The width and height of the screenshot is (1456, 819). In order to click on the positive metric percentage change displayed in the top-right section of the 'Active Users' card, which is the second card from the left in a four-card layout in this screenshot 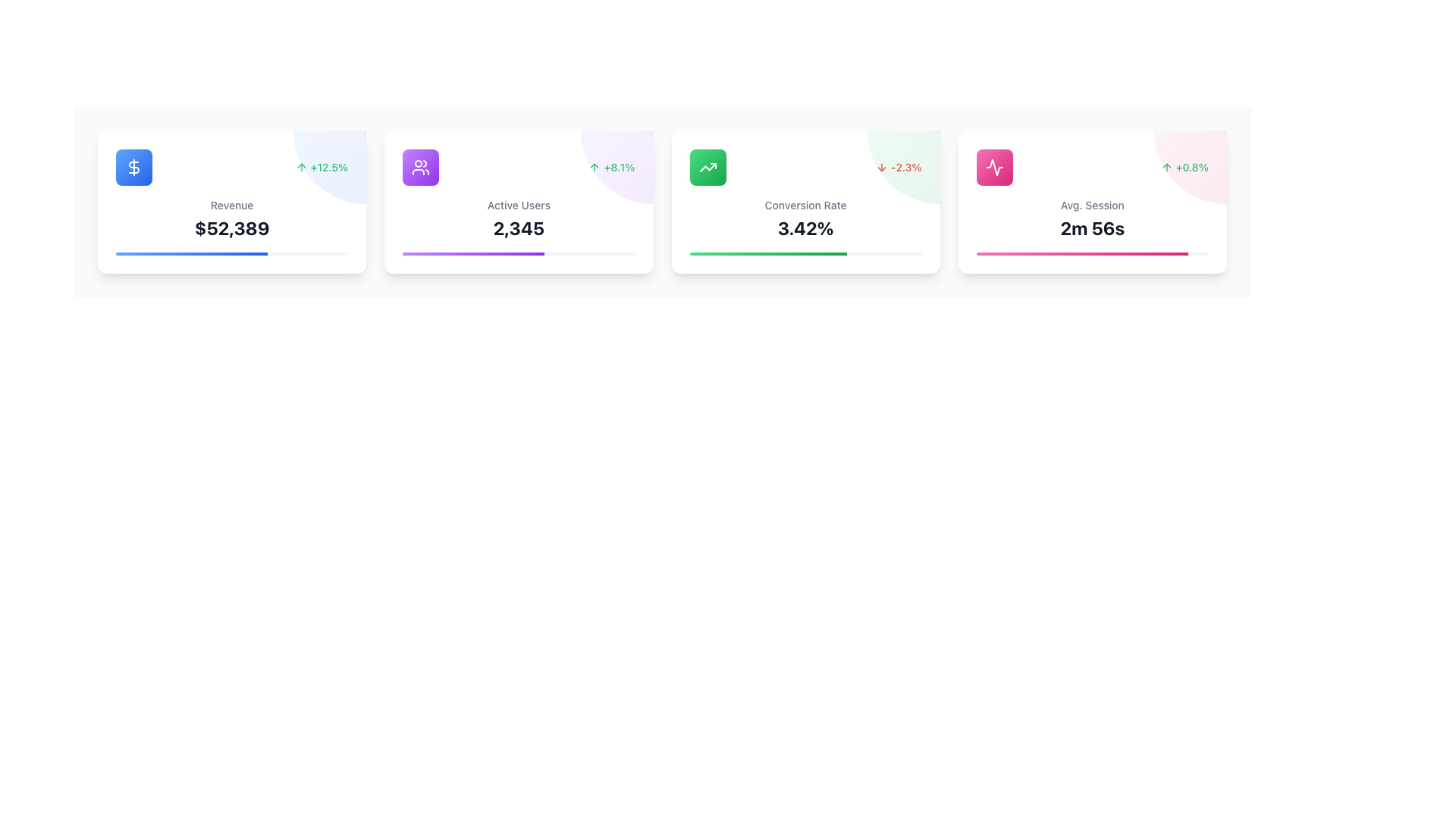, I will do `click(519, 167)`.